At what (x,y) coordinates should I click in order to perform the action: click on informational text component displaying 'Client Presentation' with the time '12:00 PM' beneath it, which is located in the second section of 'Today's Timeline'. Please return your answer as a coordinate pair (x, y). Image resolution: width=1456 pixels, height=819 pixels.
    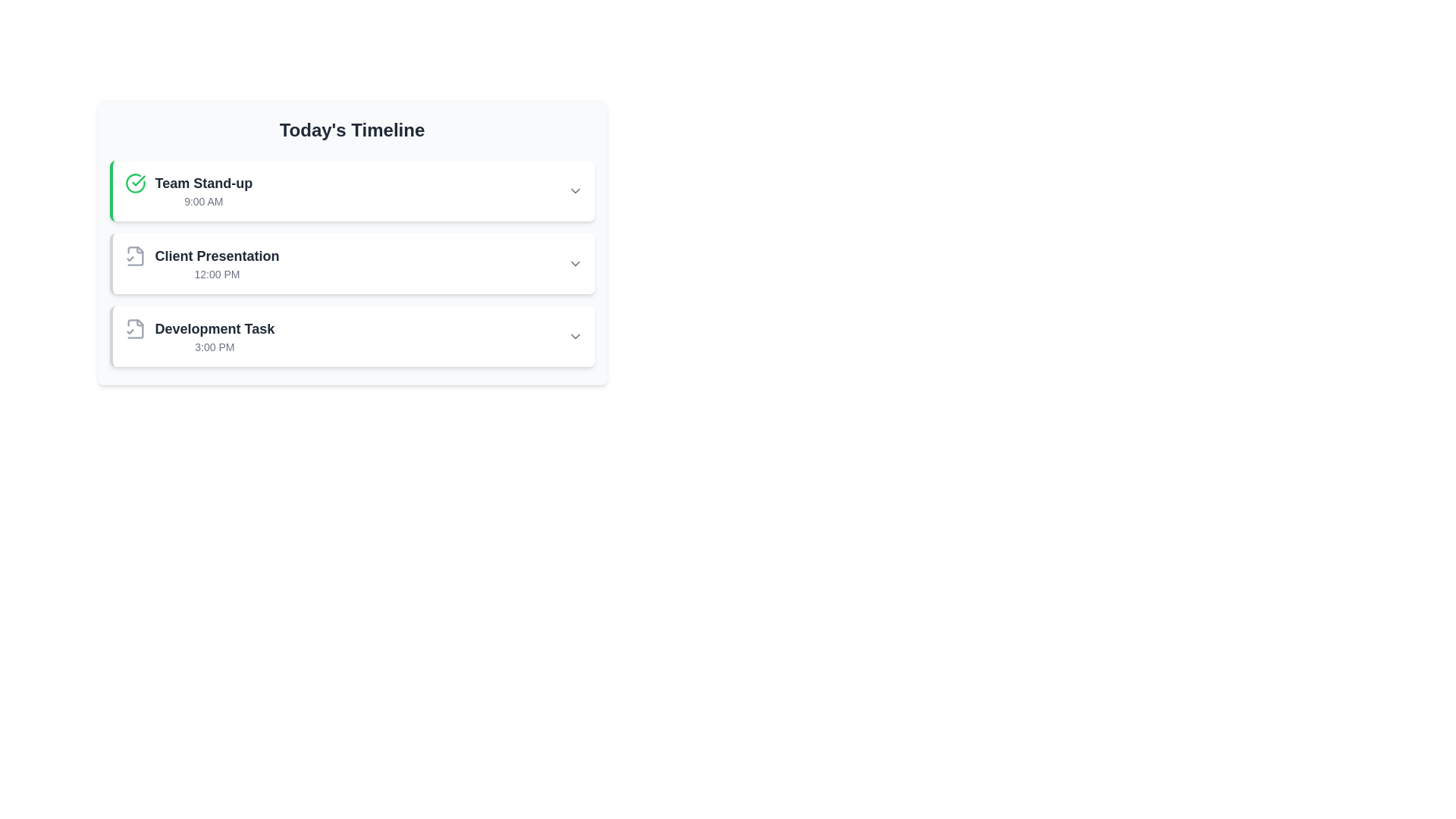
    Looking at the image, I should click on (216, 262).